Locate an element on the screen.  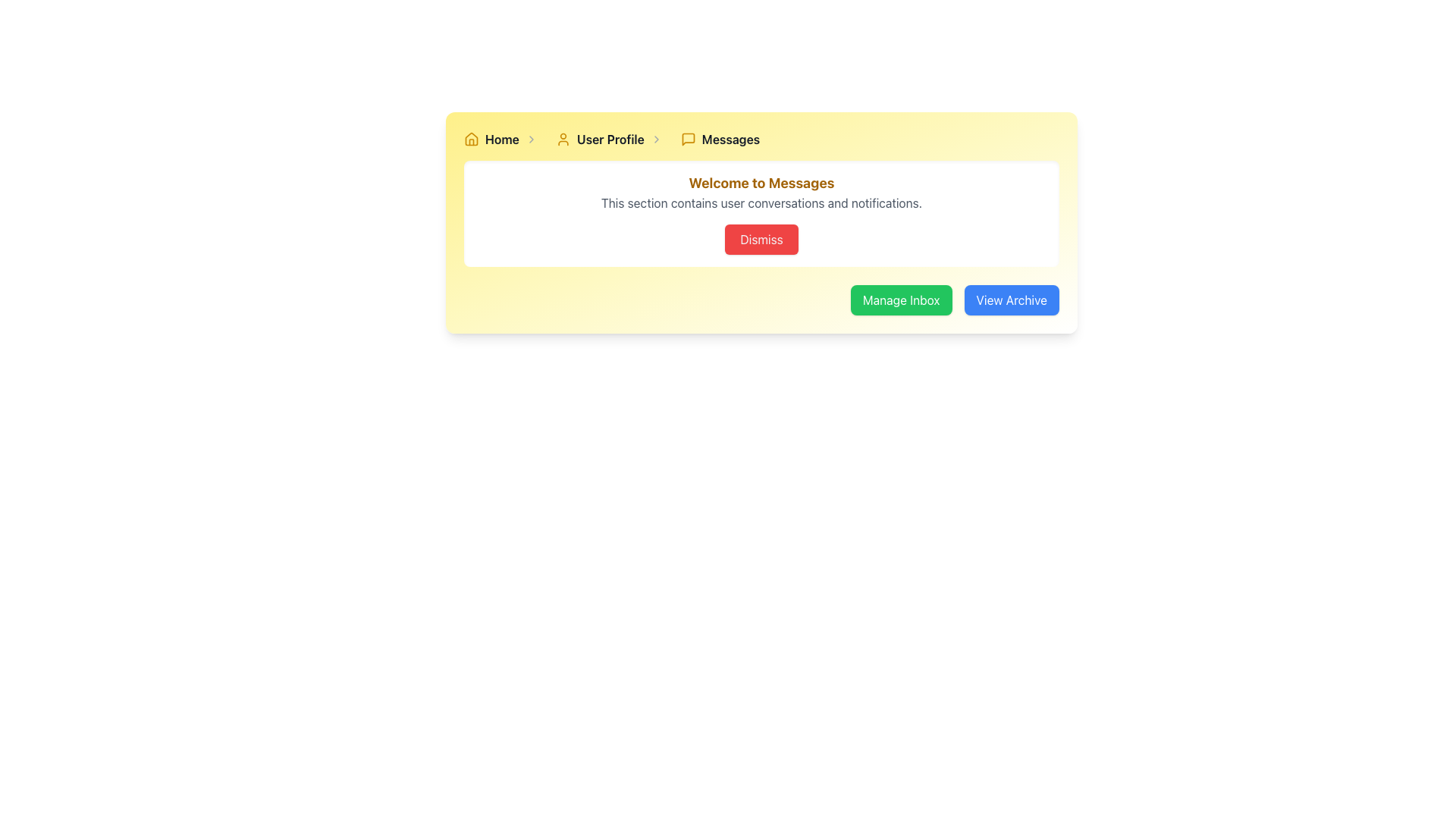
the green rectangular button labeled 'Manage Inbox' is located at coordinates (901, 300).